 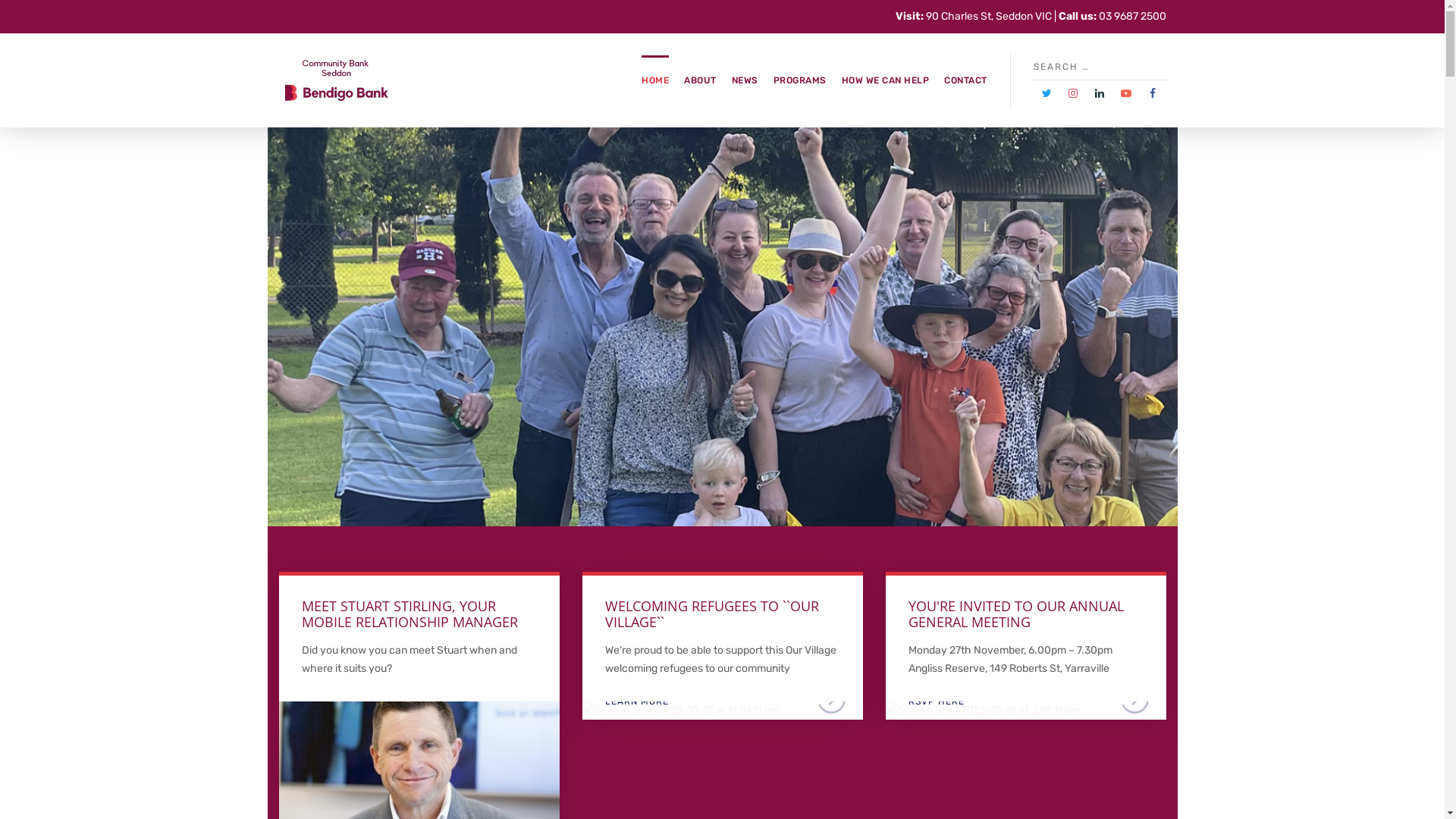 What do you see at coordinates (983, 710) in the screenshot?
I see `'Screen Shot 2023-10-16 at 2.18.11 pm'` at bounding box center [983, 710].